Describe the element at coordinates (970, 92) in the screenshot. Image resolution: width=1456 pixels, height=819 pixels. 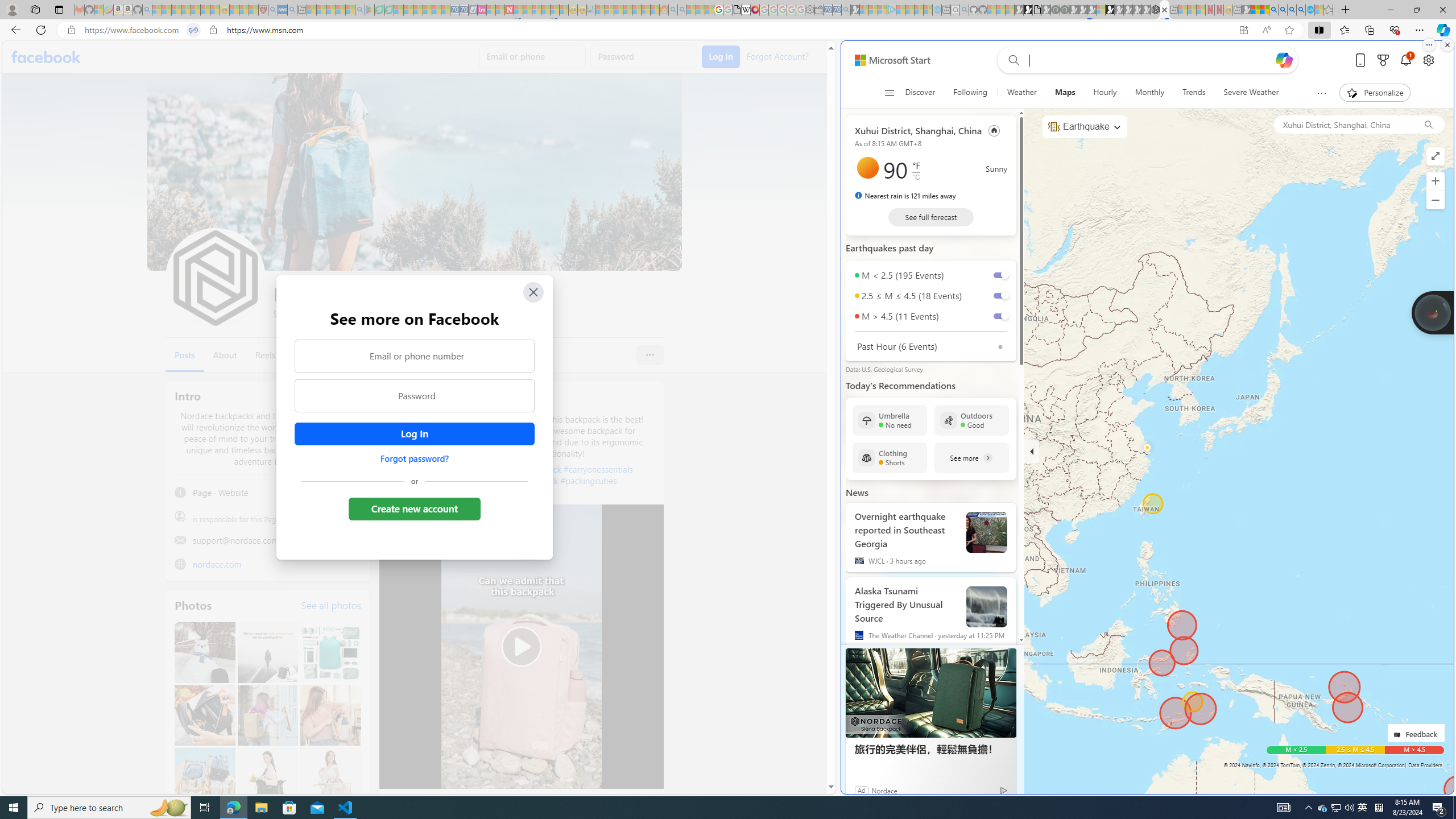
I see `'Following'` at that location.